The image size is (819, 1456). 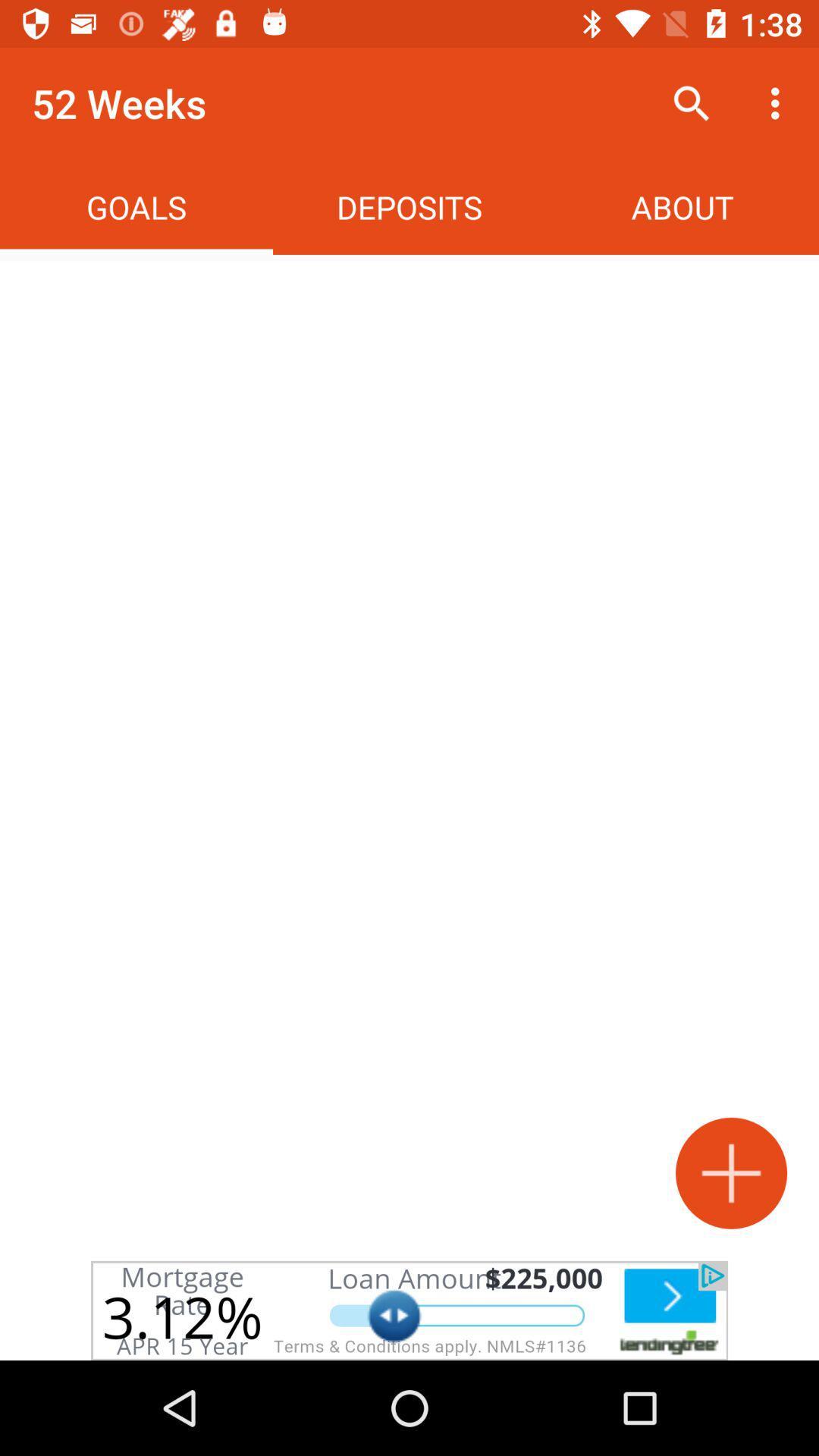 I want to click on goal, so click(x=730, y=1172).